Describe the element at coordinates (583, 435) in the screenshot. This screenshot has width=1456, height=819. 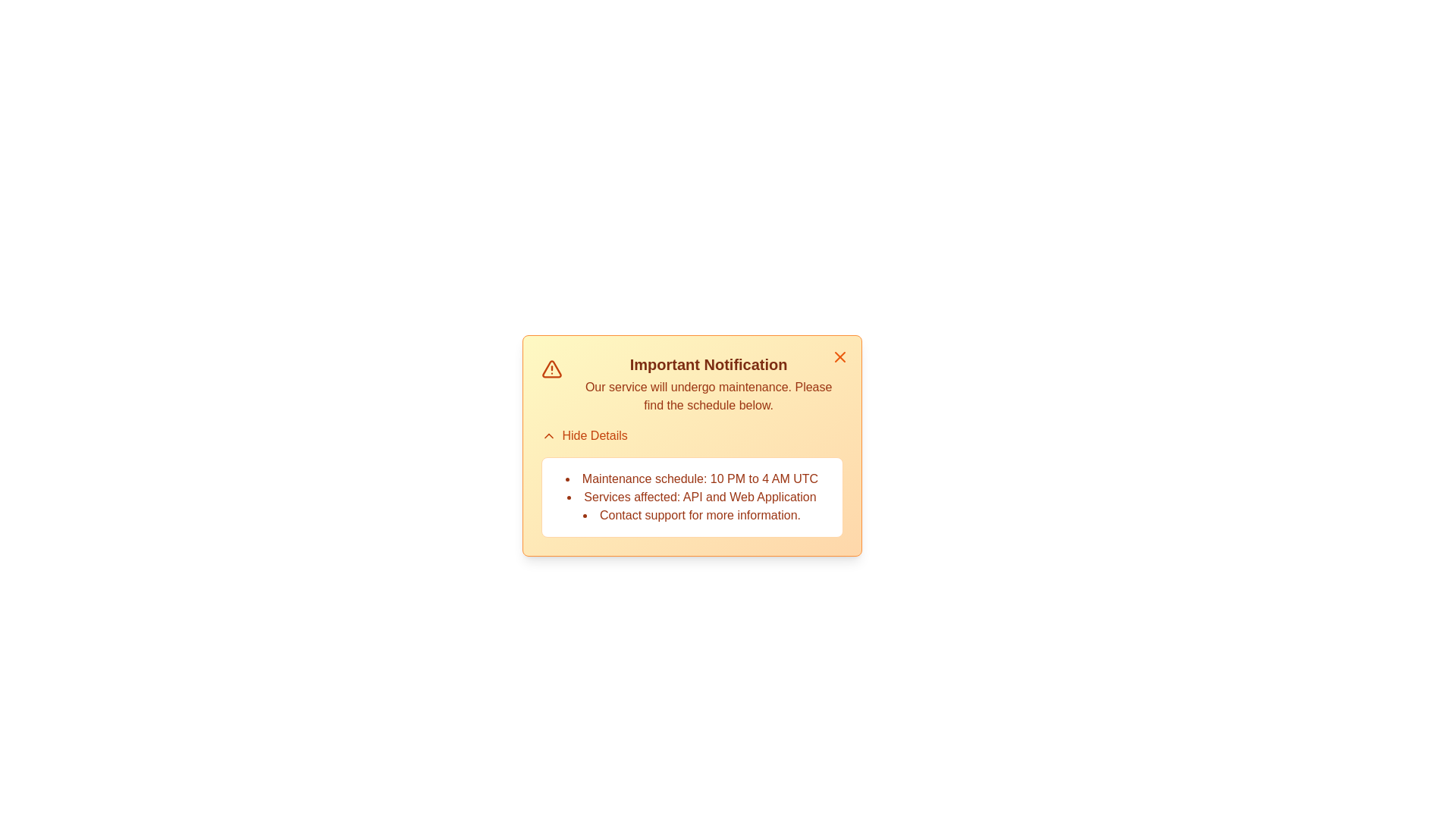
I see `the 'Hide Details' button to toggle the visibility of the alert details` at that location.